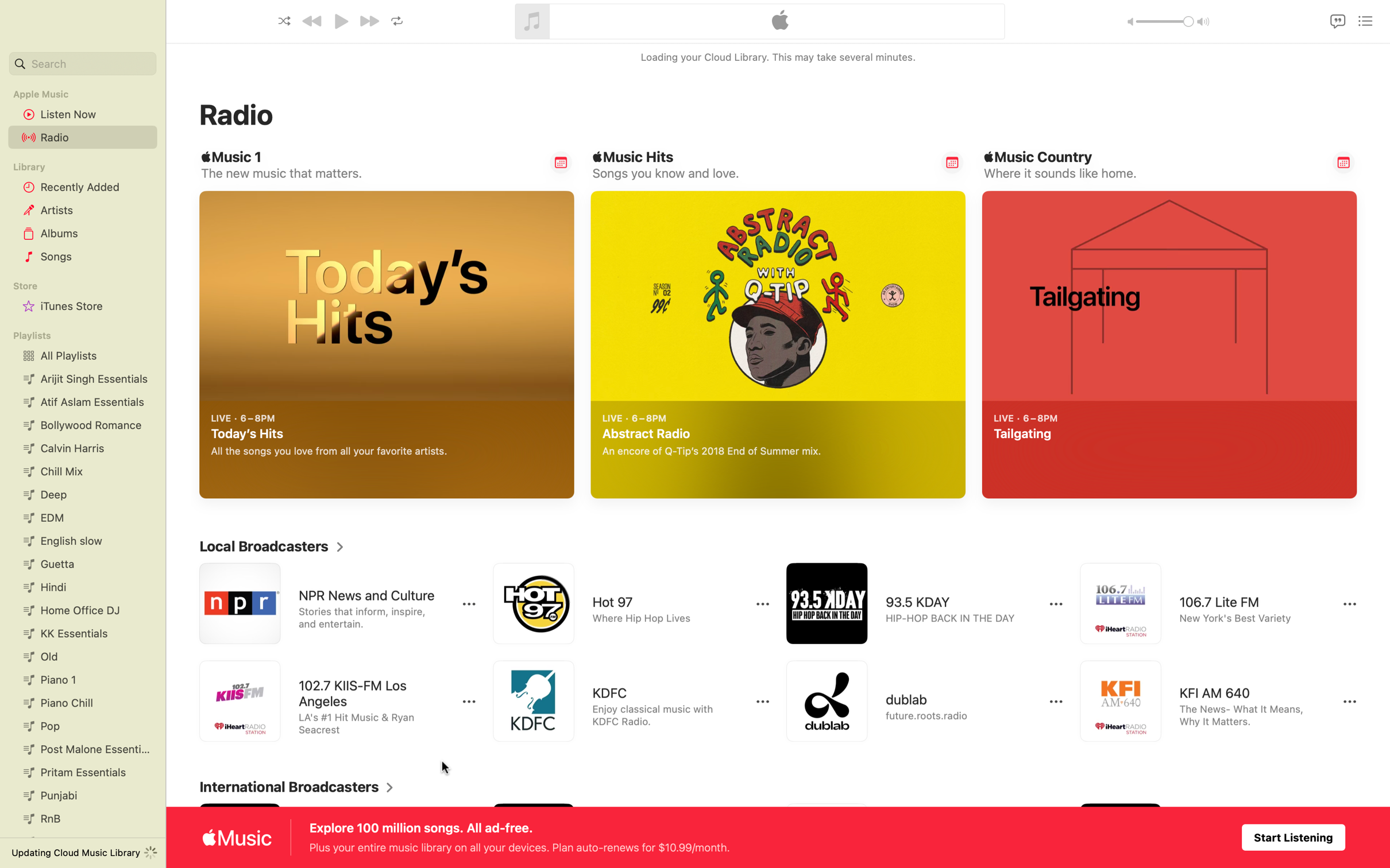 The image size is (1390, 868). What do you see at coordinates (1343, 161) in the screenshot?
I see `Provide a reminder about Country Music` at bounding box center [1343, 161].